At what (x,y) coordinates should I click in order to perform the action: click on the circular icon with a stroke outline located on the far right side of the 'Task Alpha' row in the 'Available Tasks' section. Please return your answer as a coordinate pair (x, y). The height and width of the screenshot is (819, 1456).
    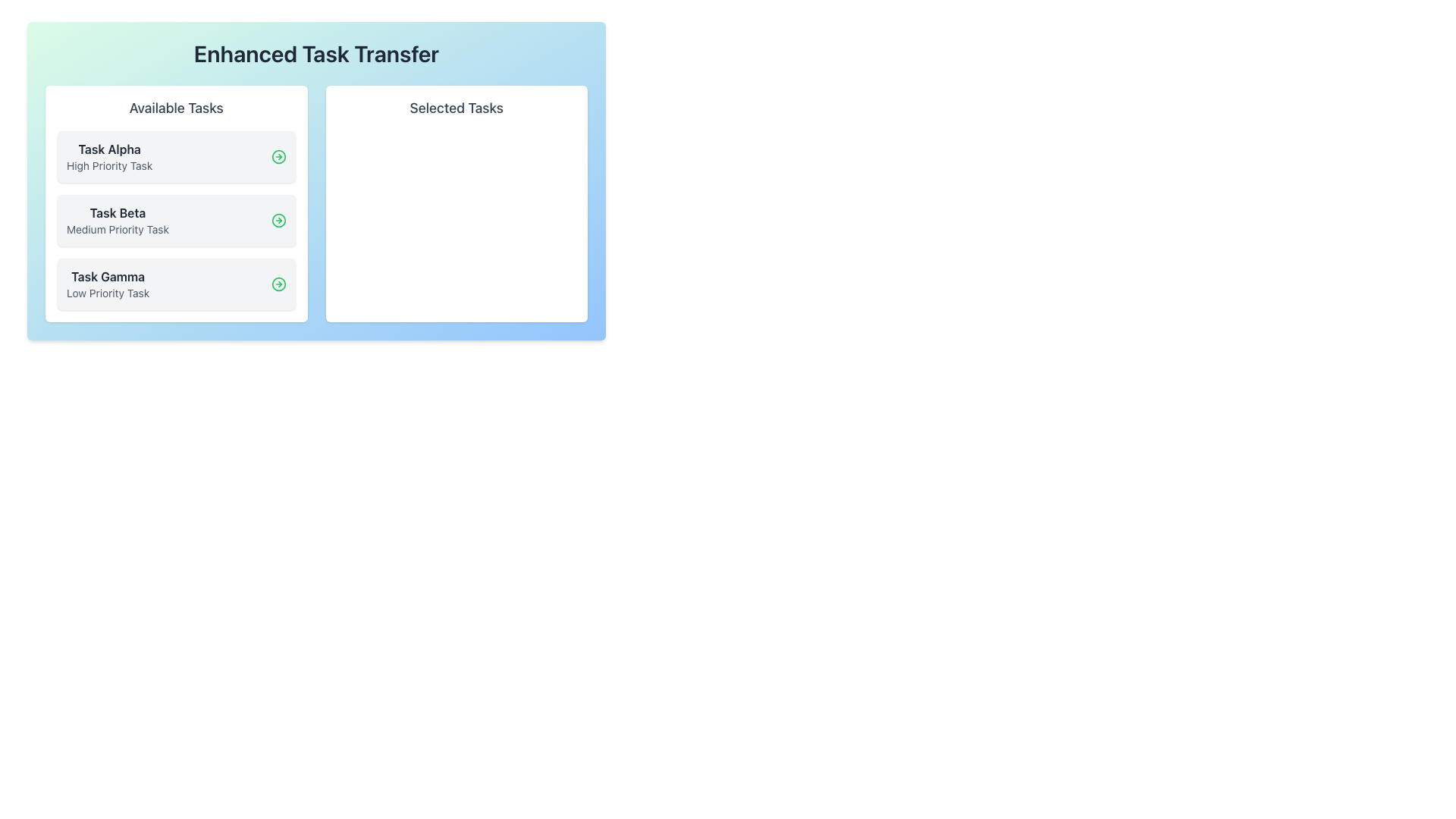
    Looking at the image, I should click on (278, 157).